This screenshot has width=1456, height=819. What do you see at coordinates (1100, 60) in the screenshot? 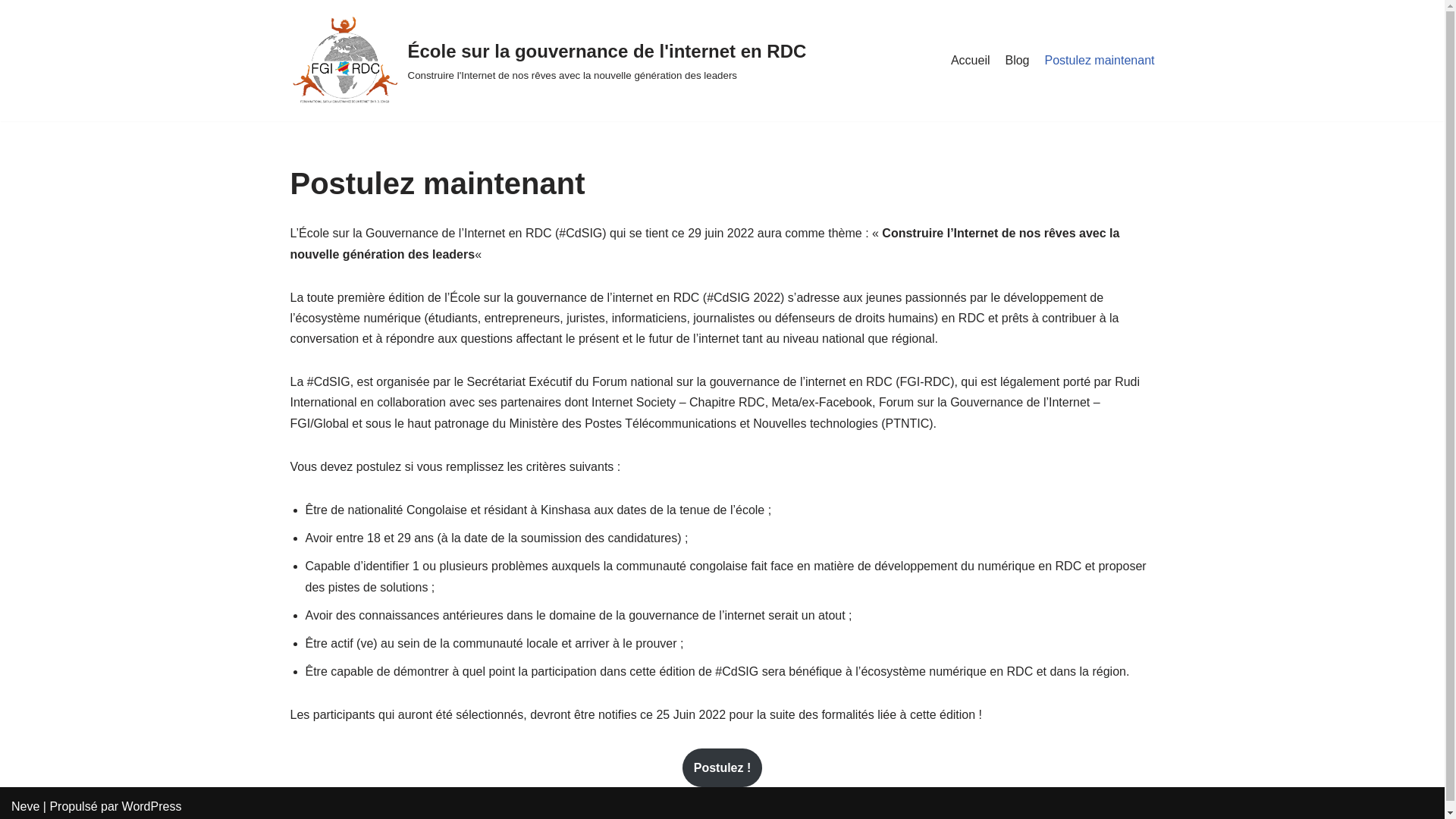
I see `'Postulez maintenant'` at bounding box center [1100, 60].